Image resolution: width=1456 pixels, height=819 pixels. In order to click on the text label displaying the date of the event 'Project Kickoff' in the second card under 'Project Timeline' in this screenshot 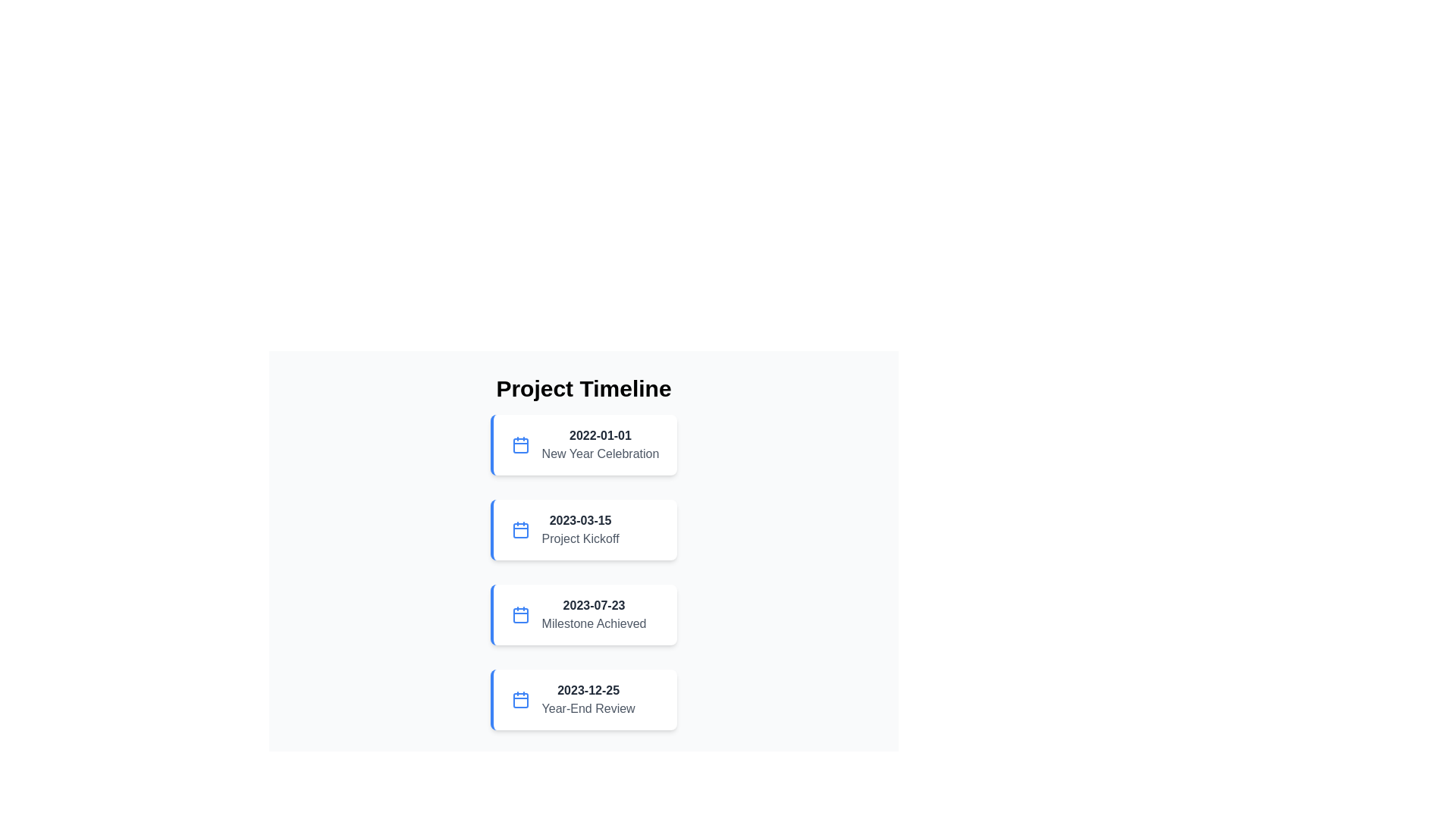, I will do `click(579, 519)`.